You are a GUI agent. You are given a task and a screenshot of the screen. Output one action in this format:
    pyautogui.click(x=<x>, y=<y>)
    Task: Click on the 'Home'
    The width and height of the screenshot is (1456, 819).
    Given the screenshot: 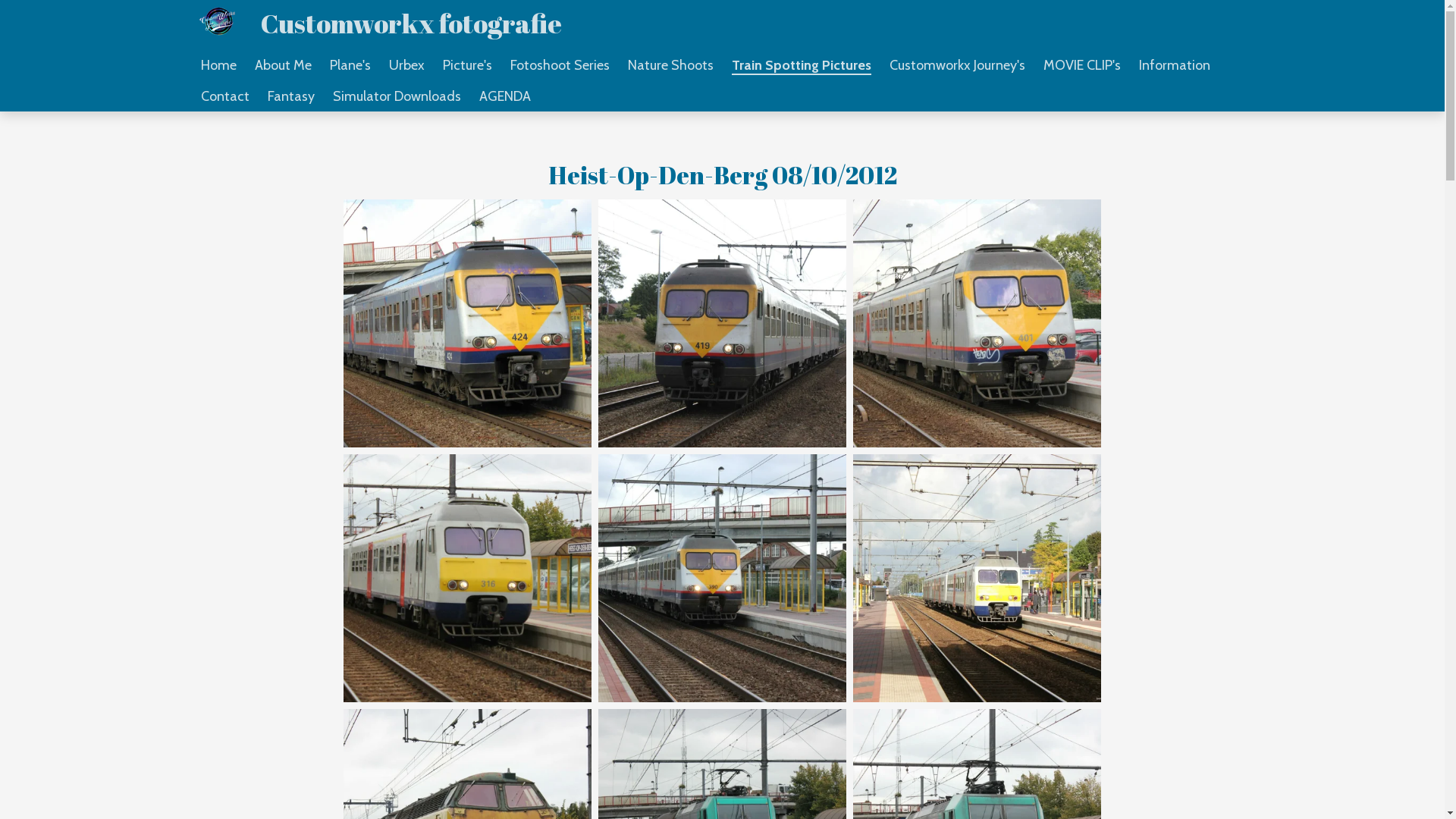 What is the action you would take?
    pyautogui.click(x=217, y=64)
    